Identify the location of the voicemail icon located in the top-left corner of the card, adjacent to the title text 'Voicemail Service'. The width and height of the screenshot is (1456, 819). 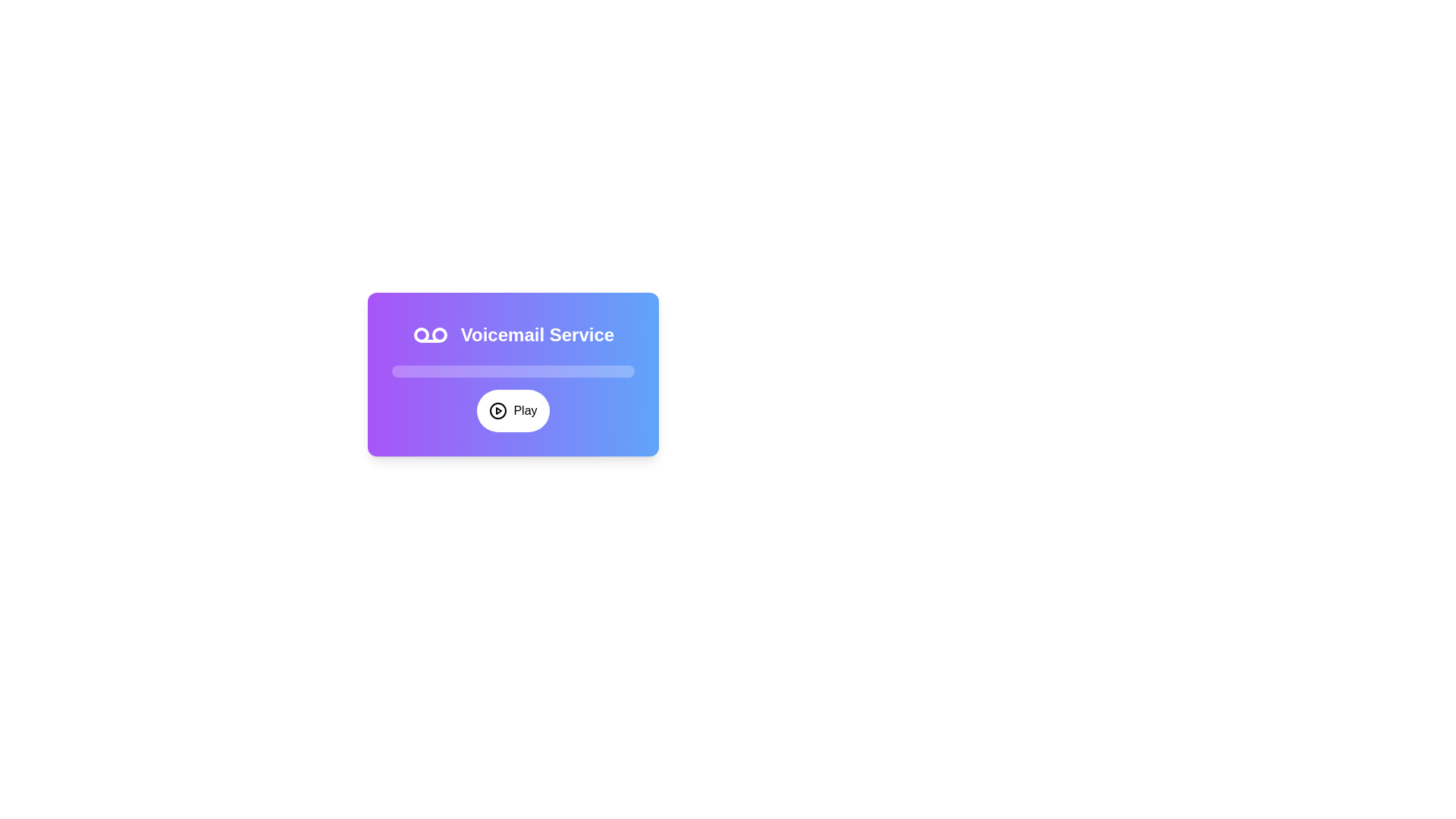
(429, 334).